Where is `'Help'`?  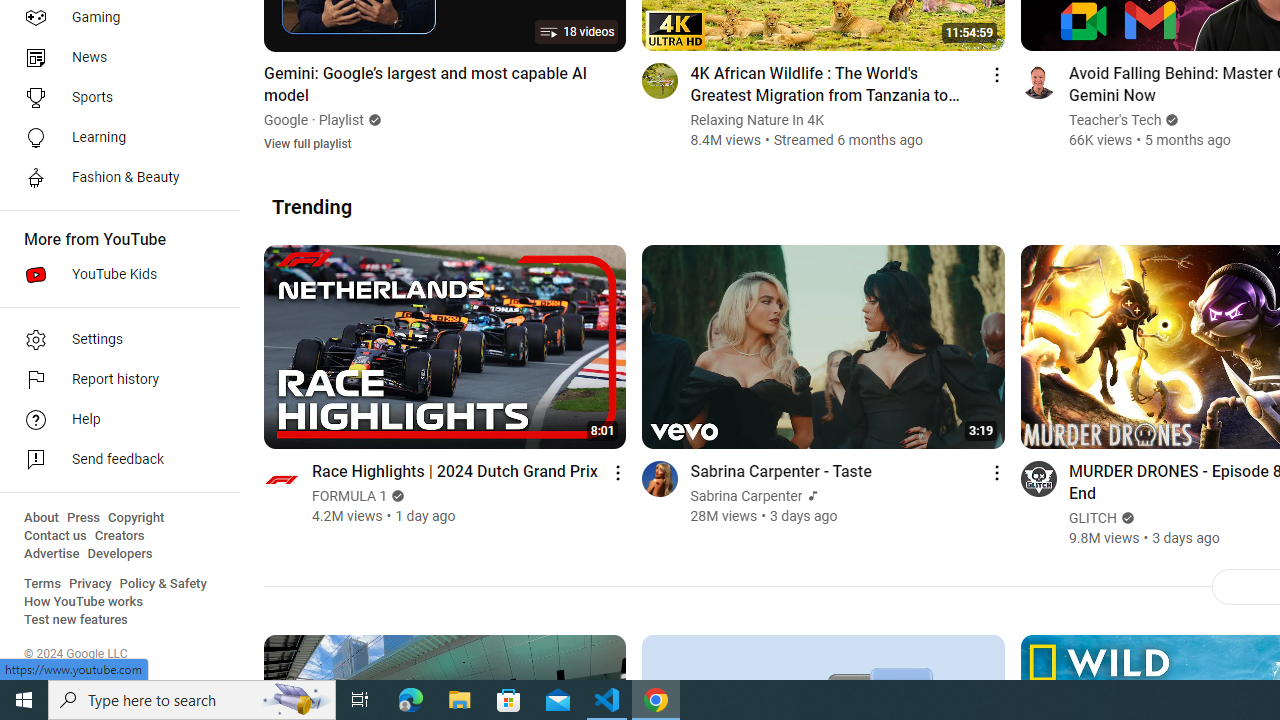
'Help' is located at coordinates (112, 419).